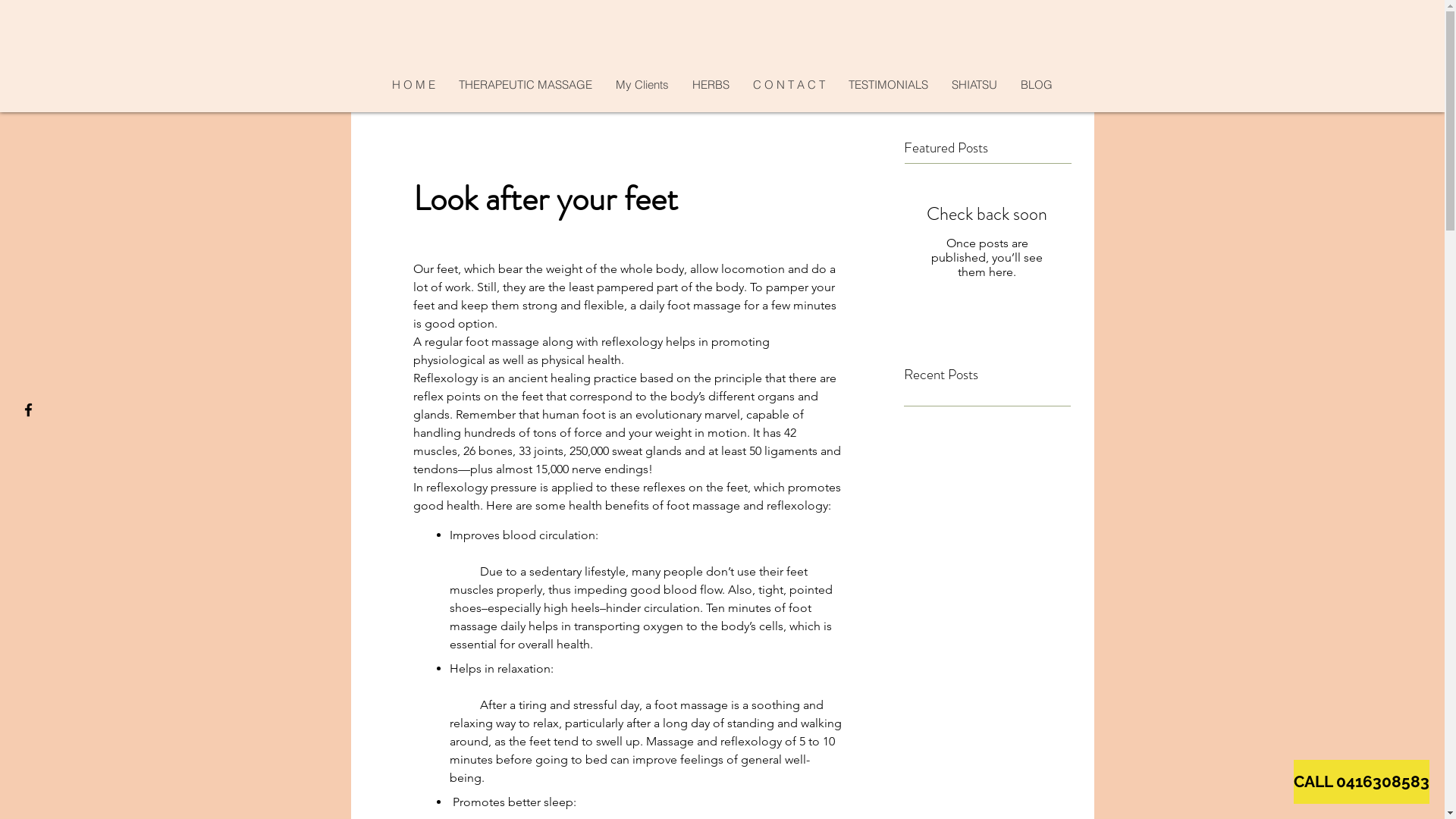 This screenshot has width=1456, height=819. I want to click on 'BLOG', so click(1008, 84).